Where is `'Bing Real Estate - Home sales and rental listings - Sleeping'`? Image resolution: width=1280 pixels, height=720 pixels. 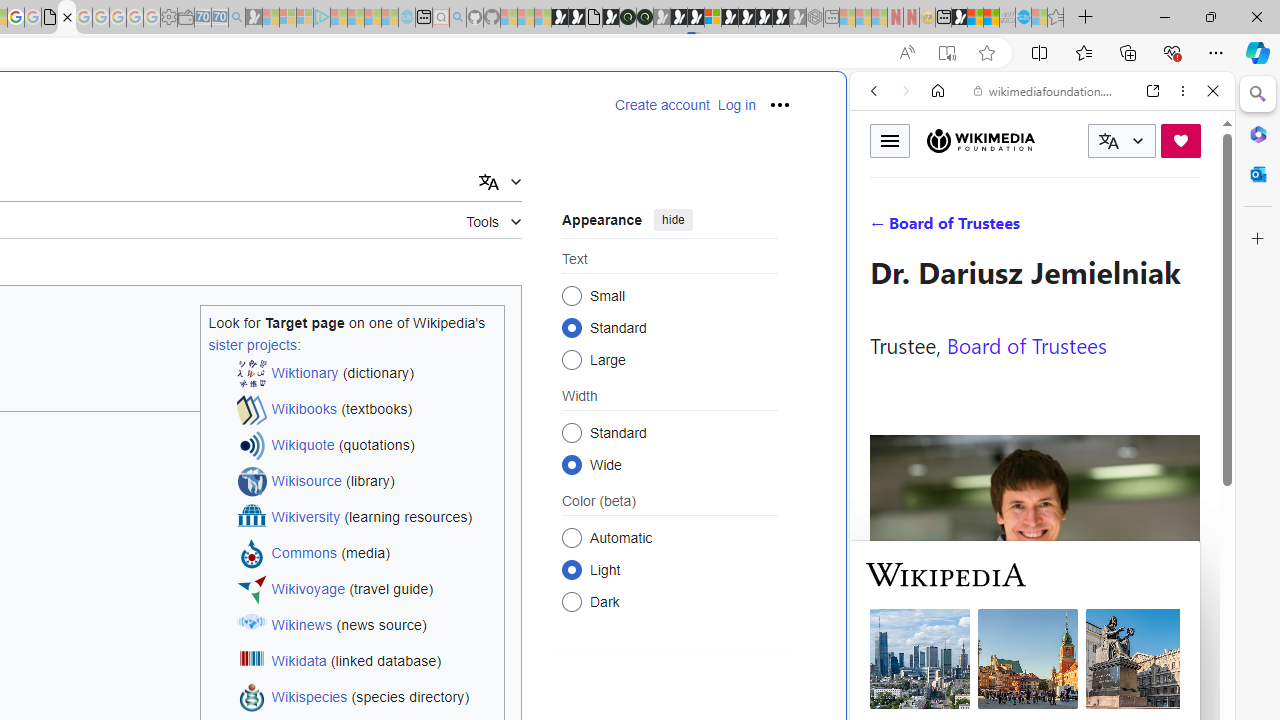
'Bing Real Estate - Home sales and rental listings - Sleeping' is located at coordinates (236, 17).